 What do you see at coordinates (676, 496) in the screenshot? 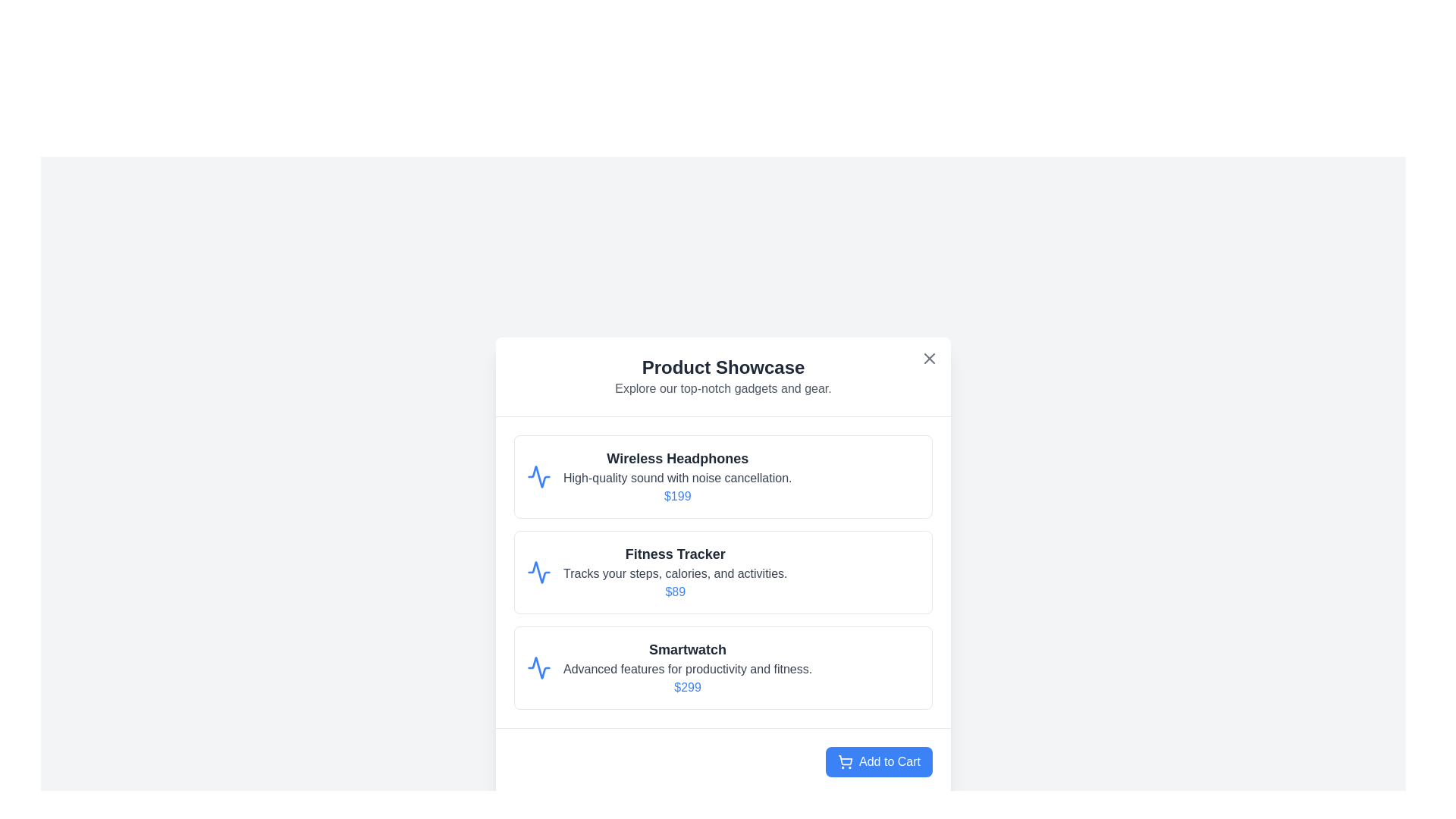
I see `the price label displaying '$199' in bold blue text, located below the description 'High-quality sound with noise cancellation' and to the right of the icon` at bounding box center [676, 496].